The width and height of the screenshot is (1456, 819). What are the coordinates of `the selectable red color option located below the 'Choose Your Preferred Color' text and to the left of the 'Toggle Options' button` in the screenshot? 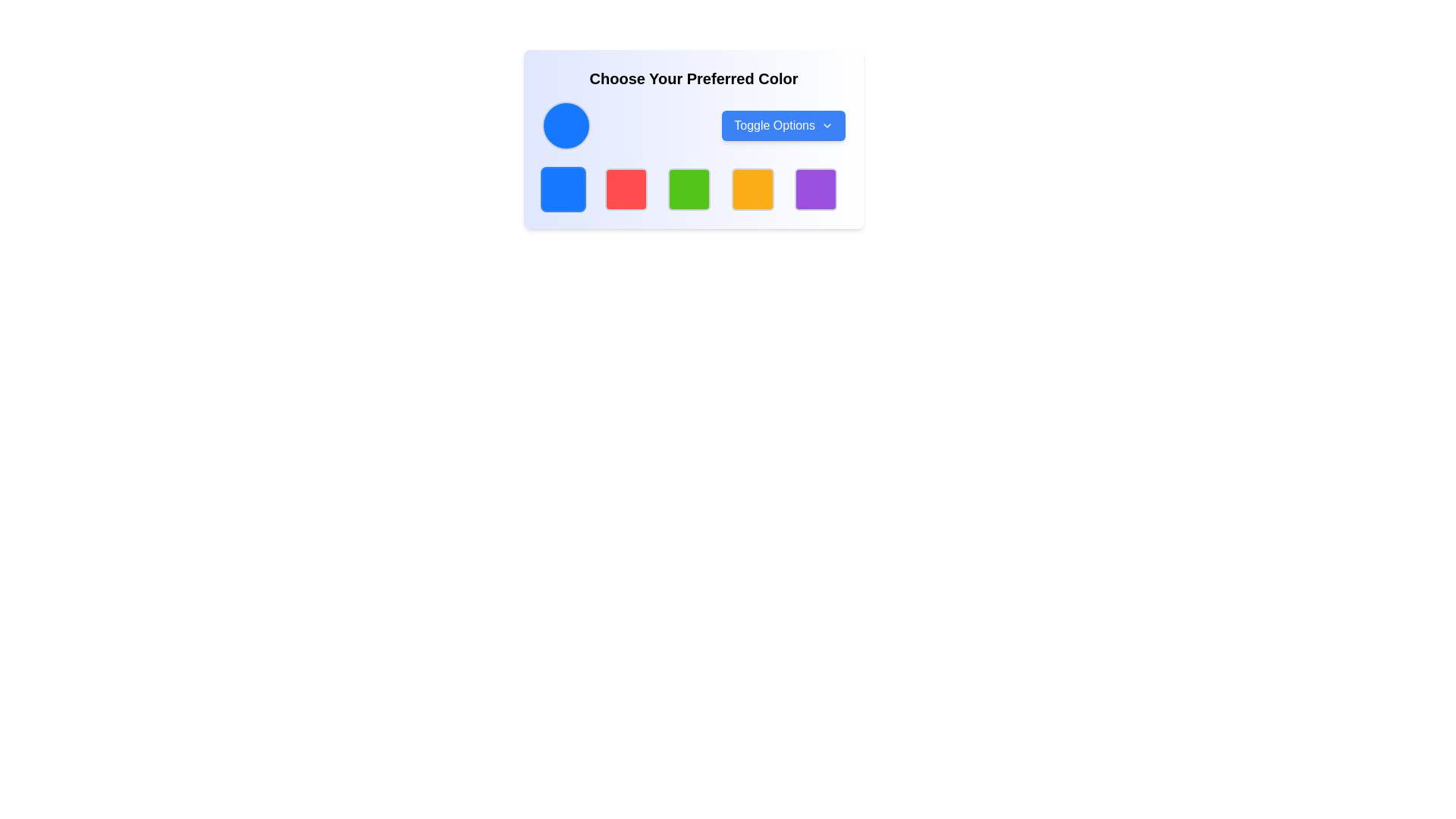 It's located at (626, 189).